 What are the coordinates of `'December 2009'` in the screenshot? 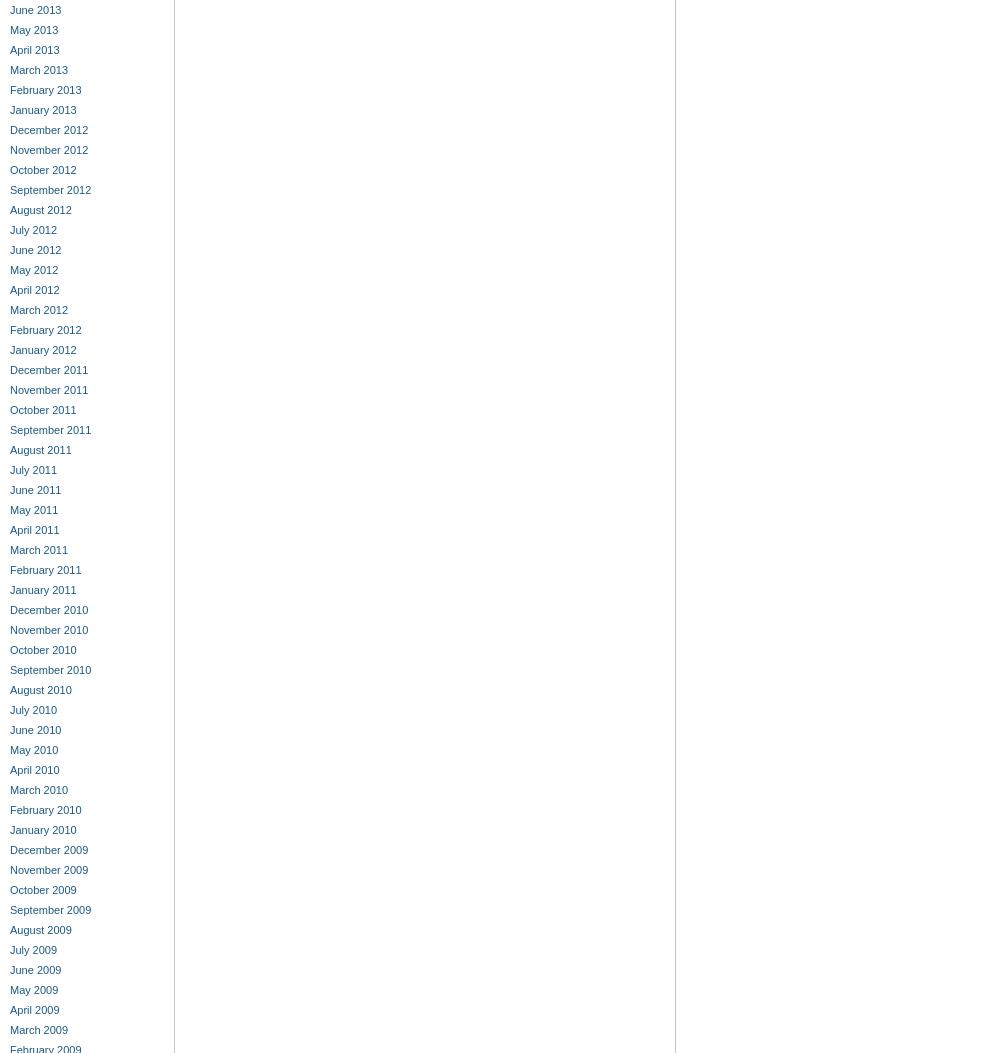 It's located at (48, 848).